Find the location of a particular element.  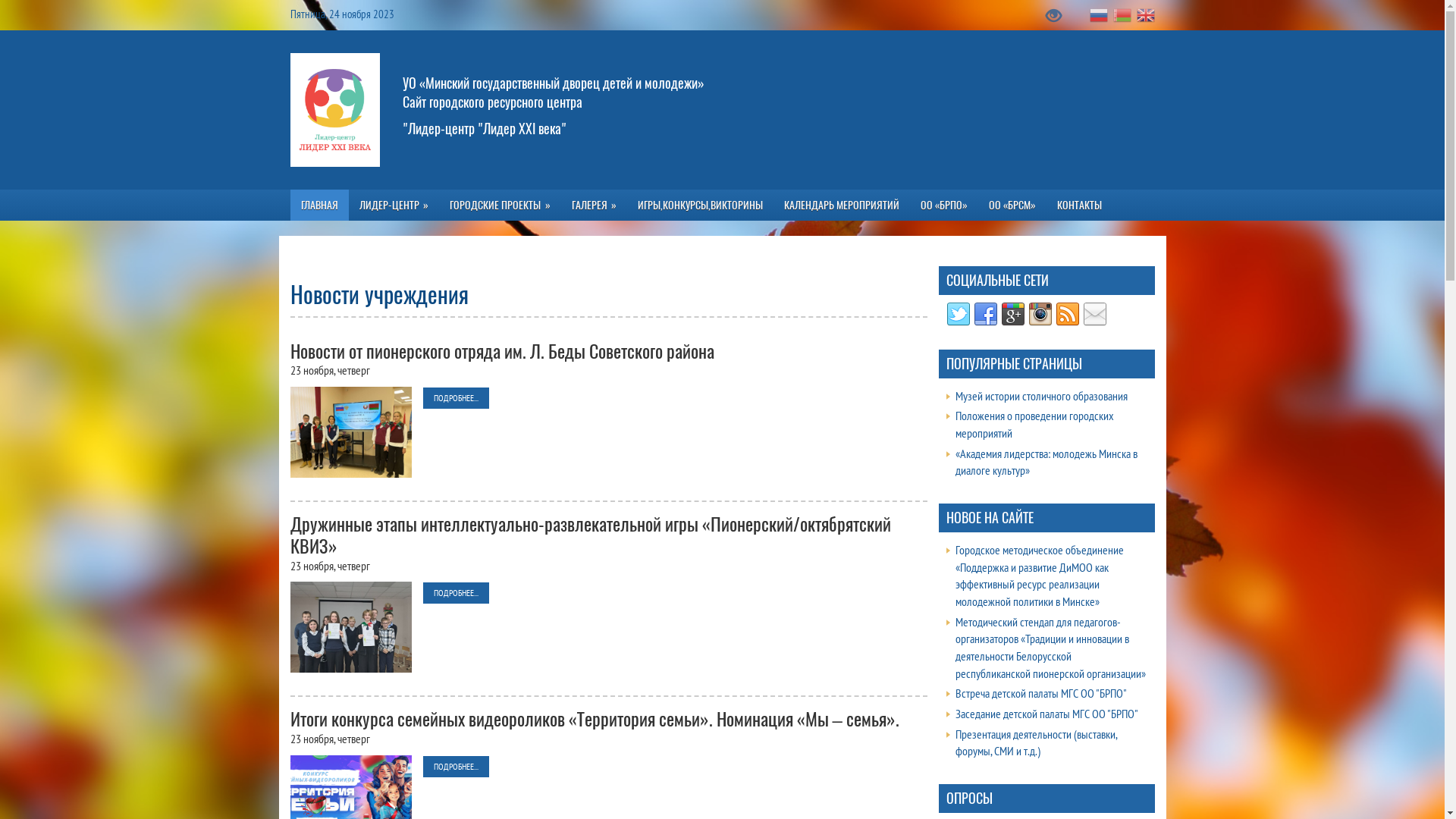

'Twitter' is located at coordinates (957, 312).